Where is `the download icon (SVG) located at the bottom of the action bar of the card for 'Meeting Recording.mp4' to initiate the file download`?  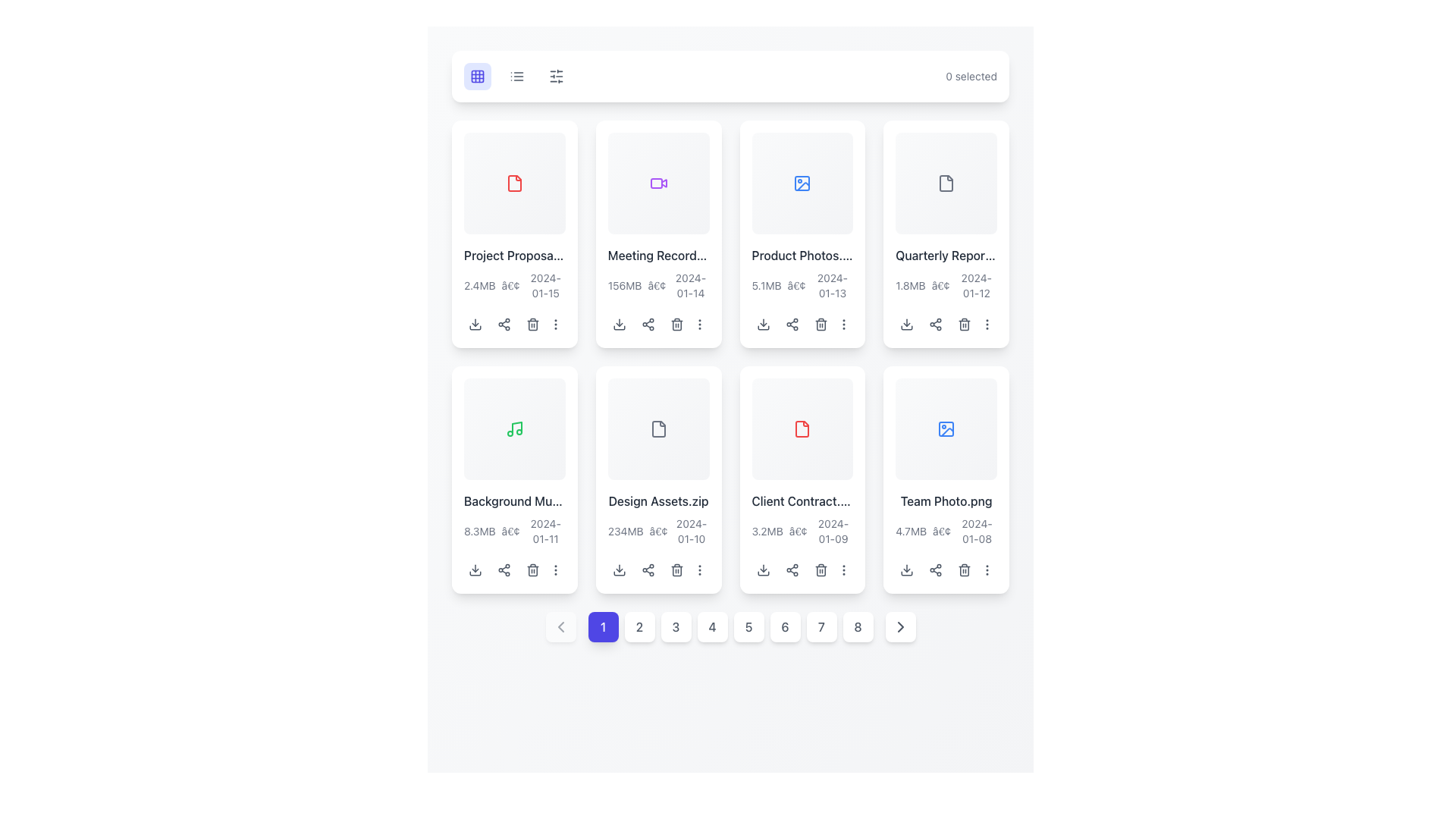 the download icon (SVG) located at the bottom of the action bar of the card for 'Meeting Recording.mp4' to initiate the file download is located at coordinates (619, 323).